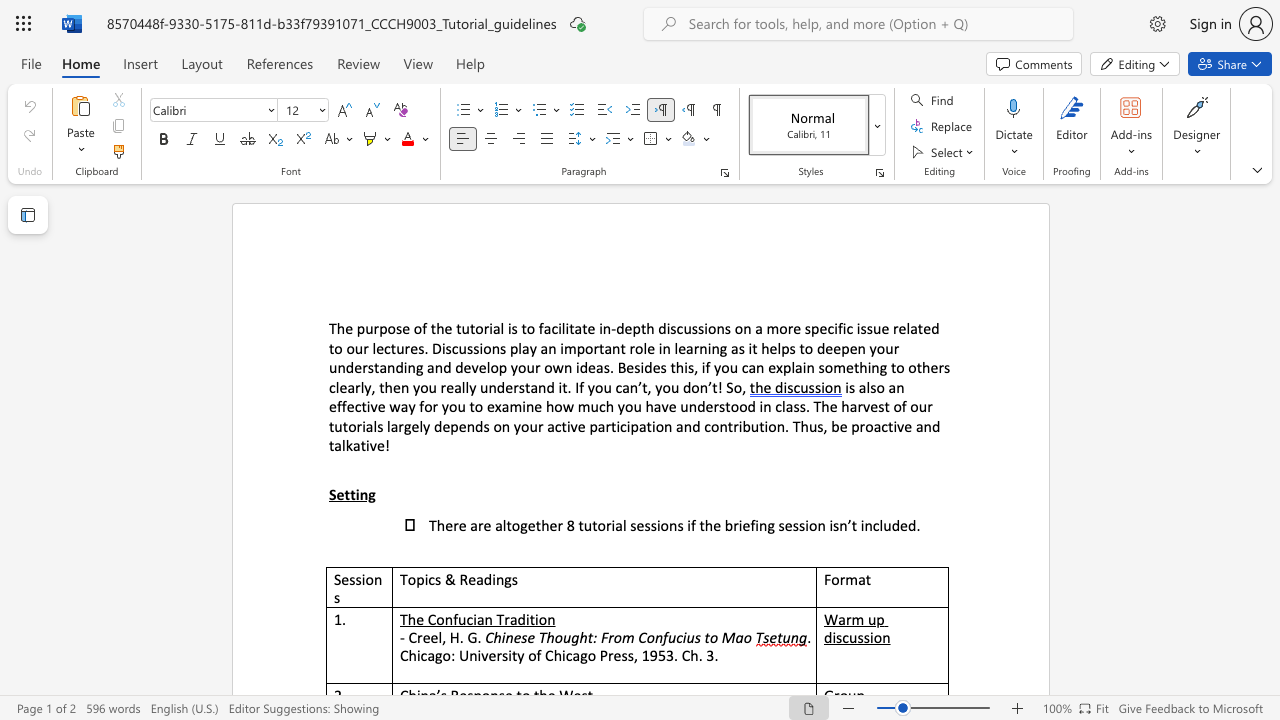  What do you see at coordinates (362, 367) in the screenshot?
I see `the subset text "rstanding and develop your own ideas. Besides this, if you can expla" within the text "in learning as it helps to deepen your understanding and develop your own ideas. Besides this, if you can explain something to others clearly, then you really understand it. If you"` at bounding box center [362, 367].